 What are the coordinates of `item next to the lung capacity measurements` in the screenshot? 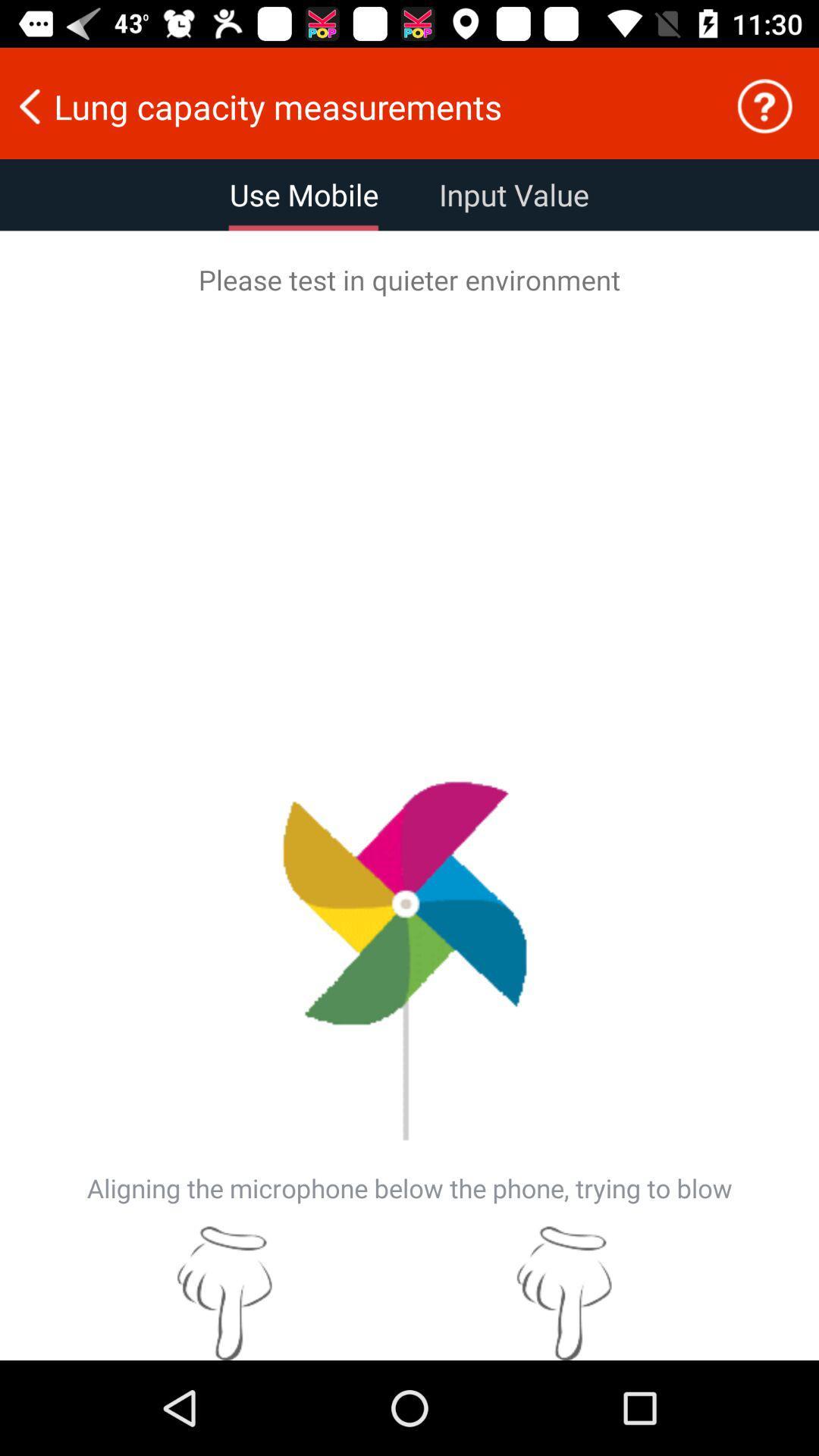 It's located at (764, 105).